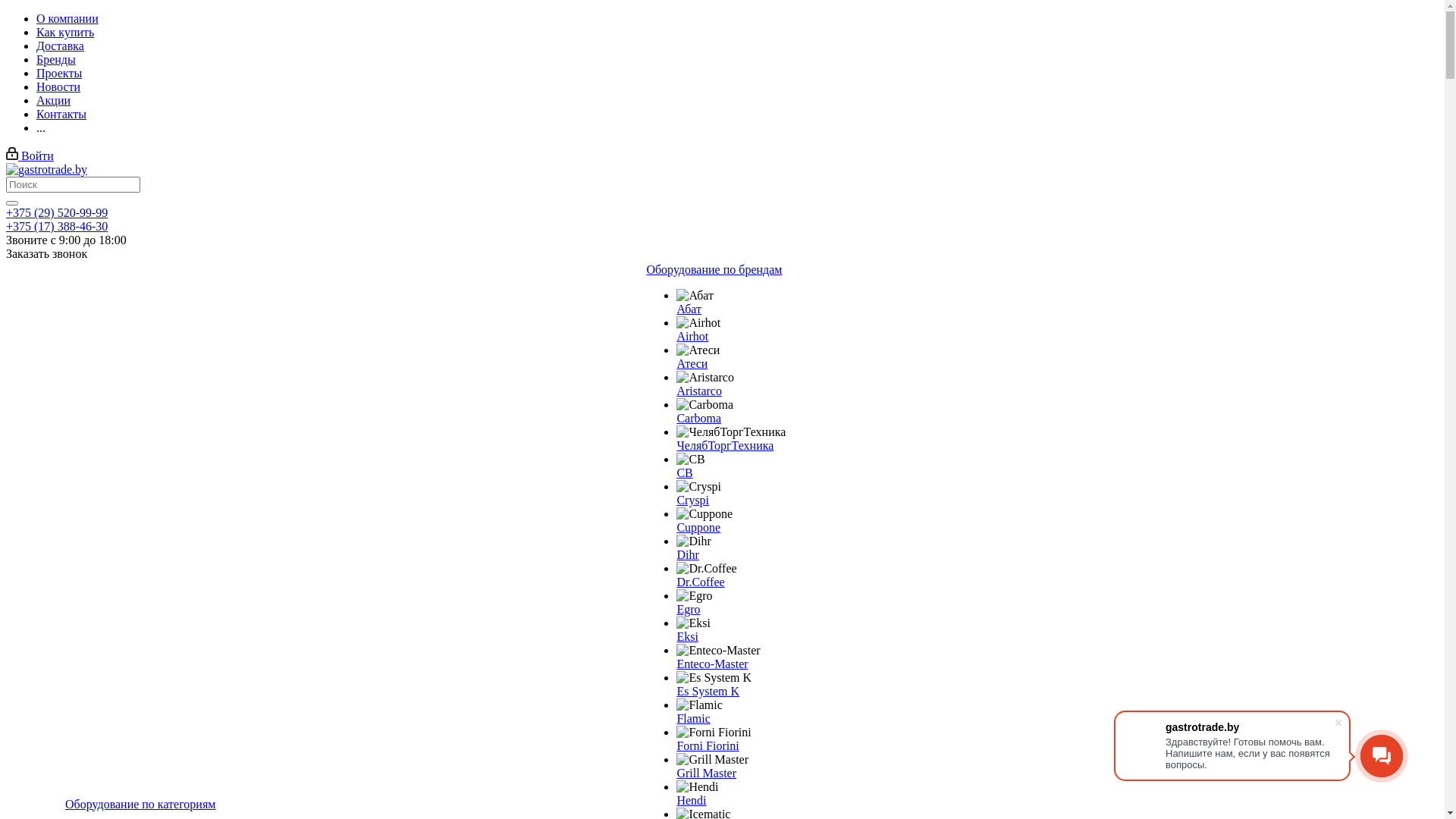 The height and width of the screenshot is (819, 1456). Describe the element at coordinates (692, 500) in the screenshot. I see `'Cryspi'` at that location.